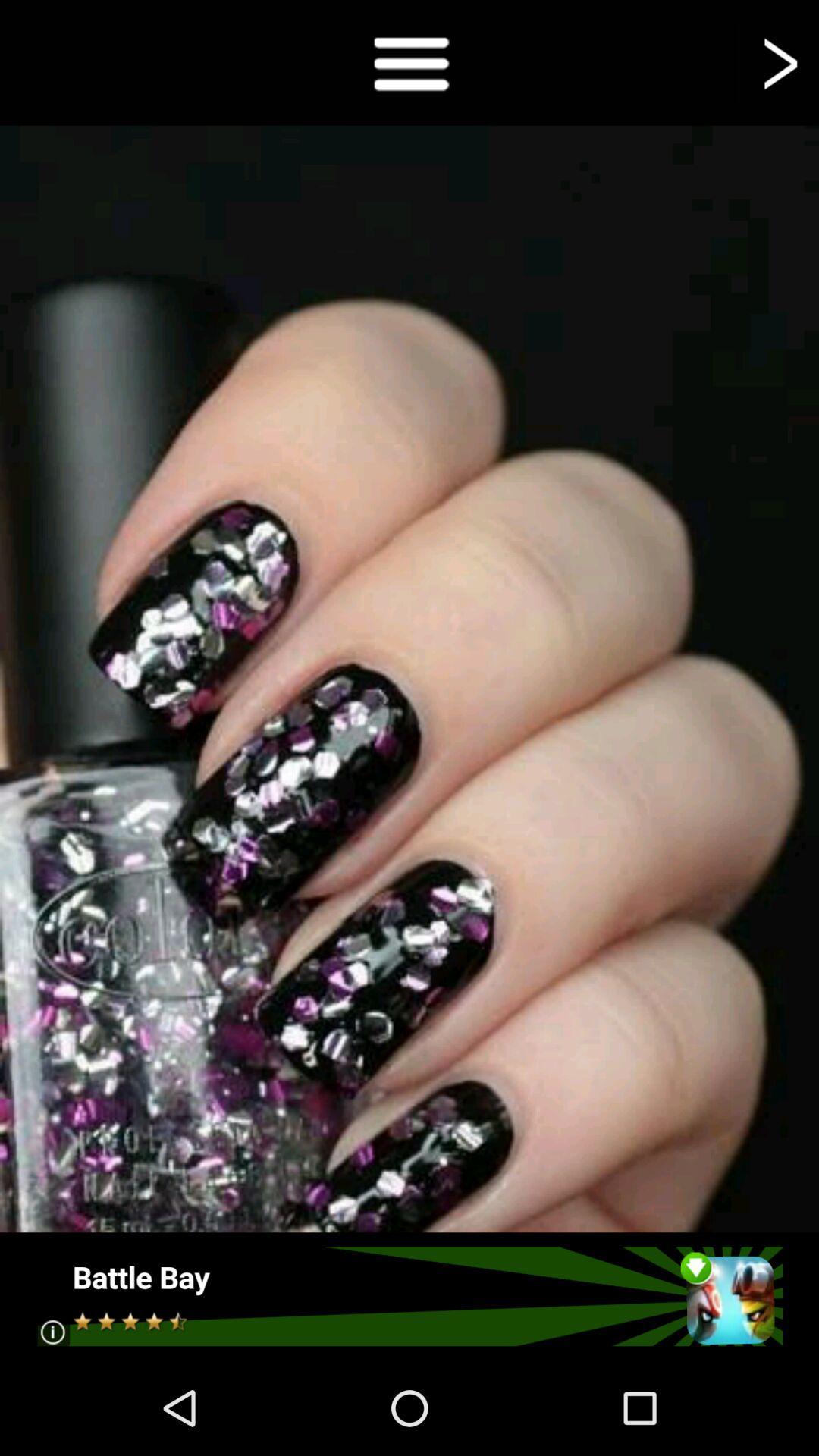  Describe the element at coordinates (408, 1295) in the screenshot. I see `advertisement` at that location.